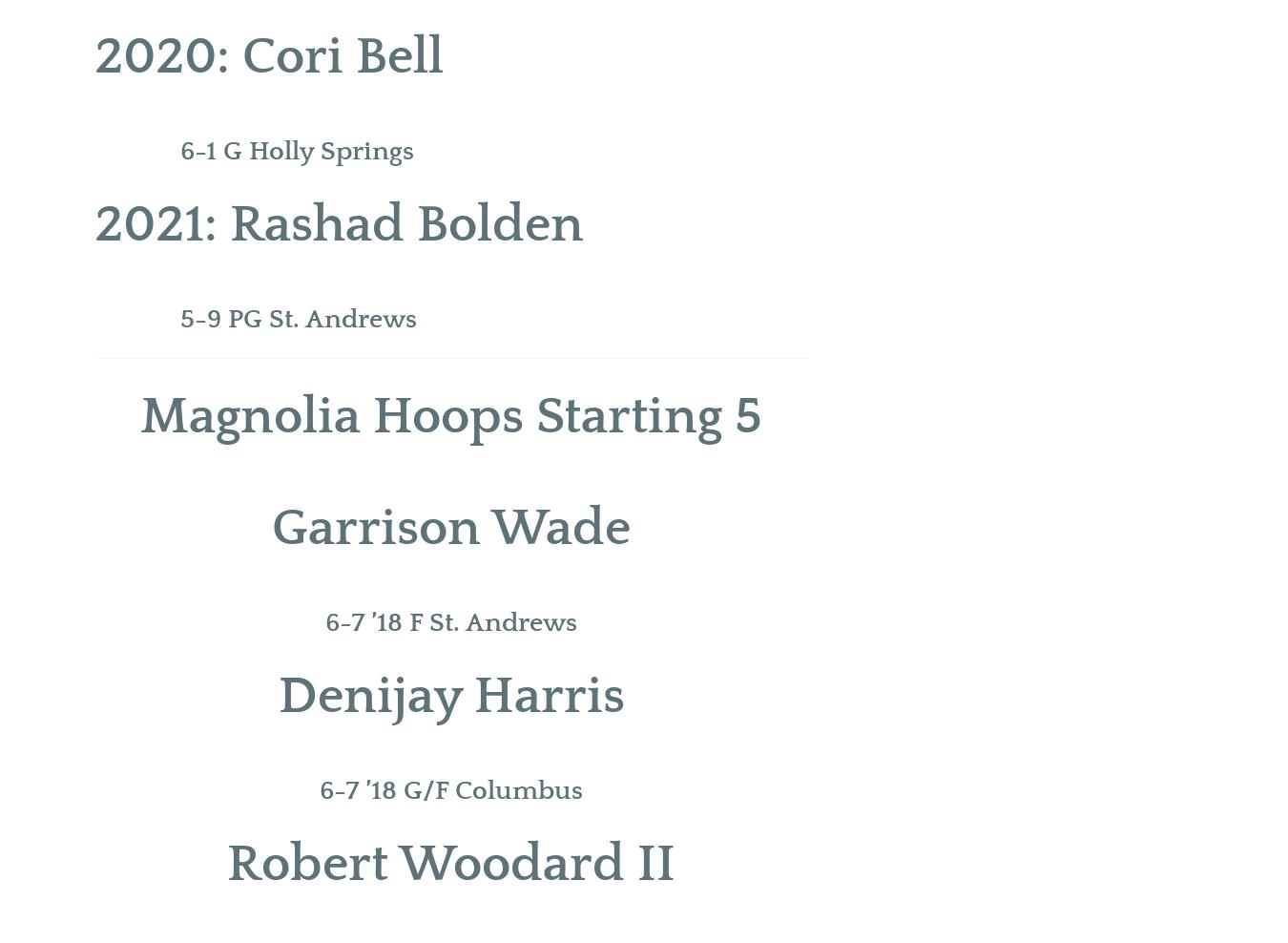 This screenshot has height=943, width=1288. I want to click on '6-7 ’18 F St. Andrews', so click(325, 620).